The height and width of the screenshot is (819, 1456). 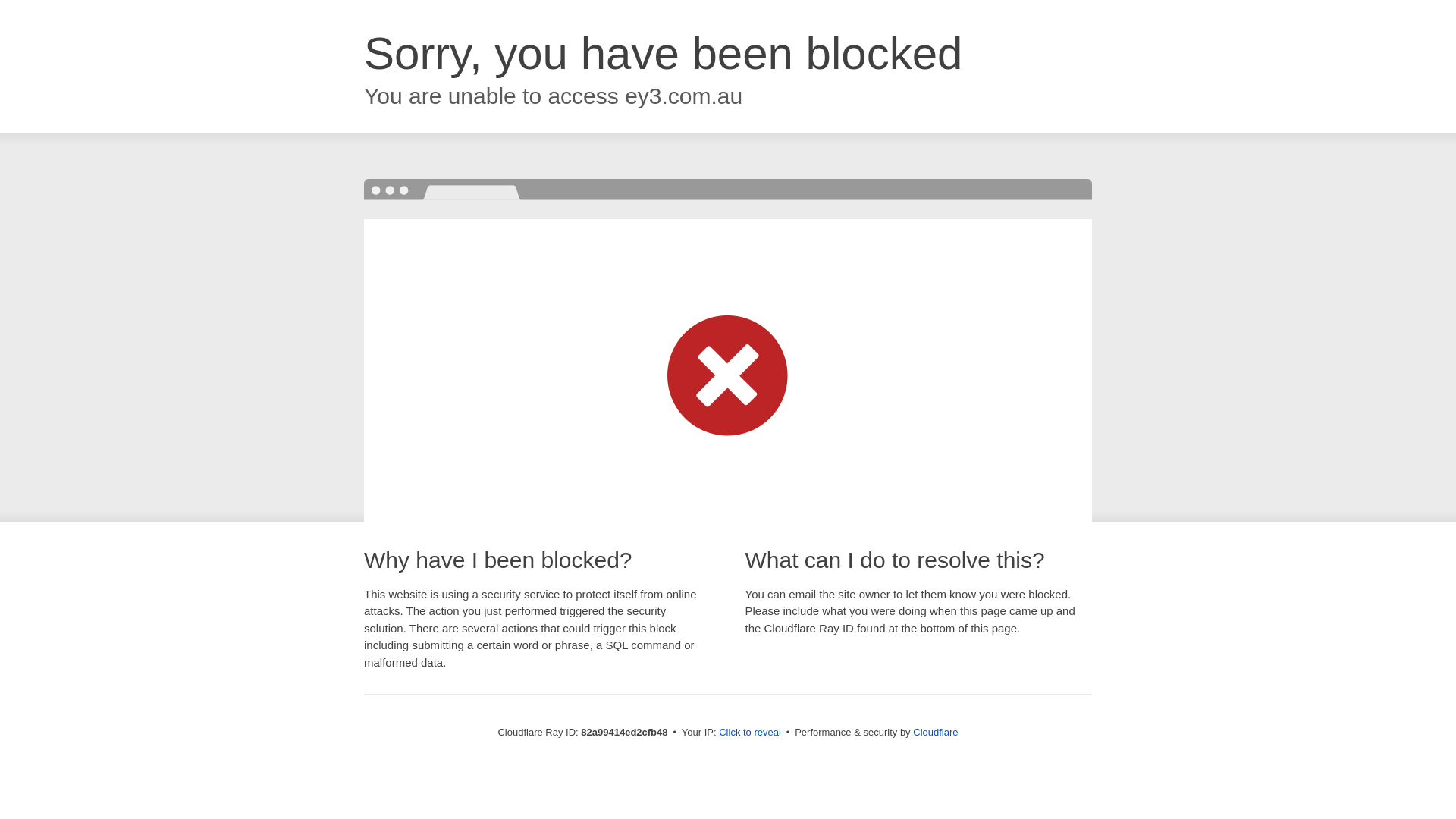 What do you see at coordinates (912, 731) in the screenshot?
I see `'Cloudflare'` at bounding box center [912, 731].